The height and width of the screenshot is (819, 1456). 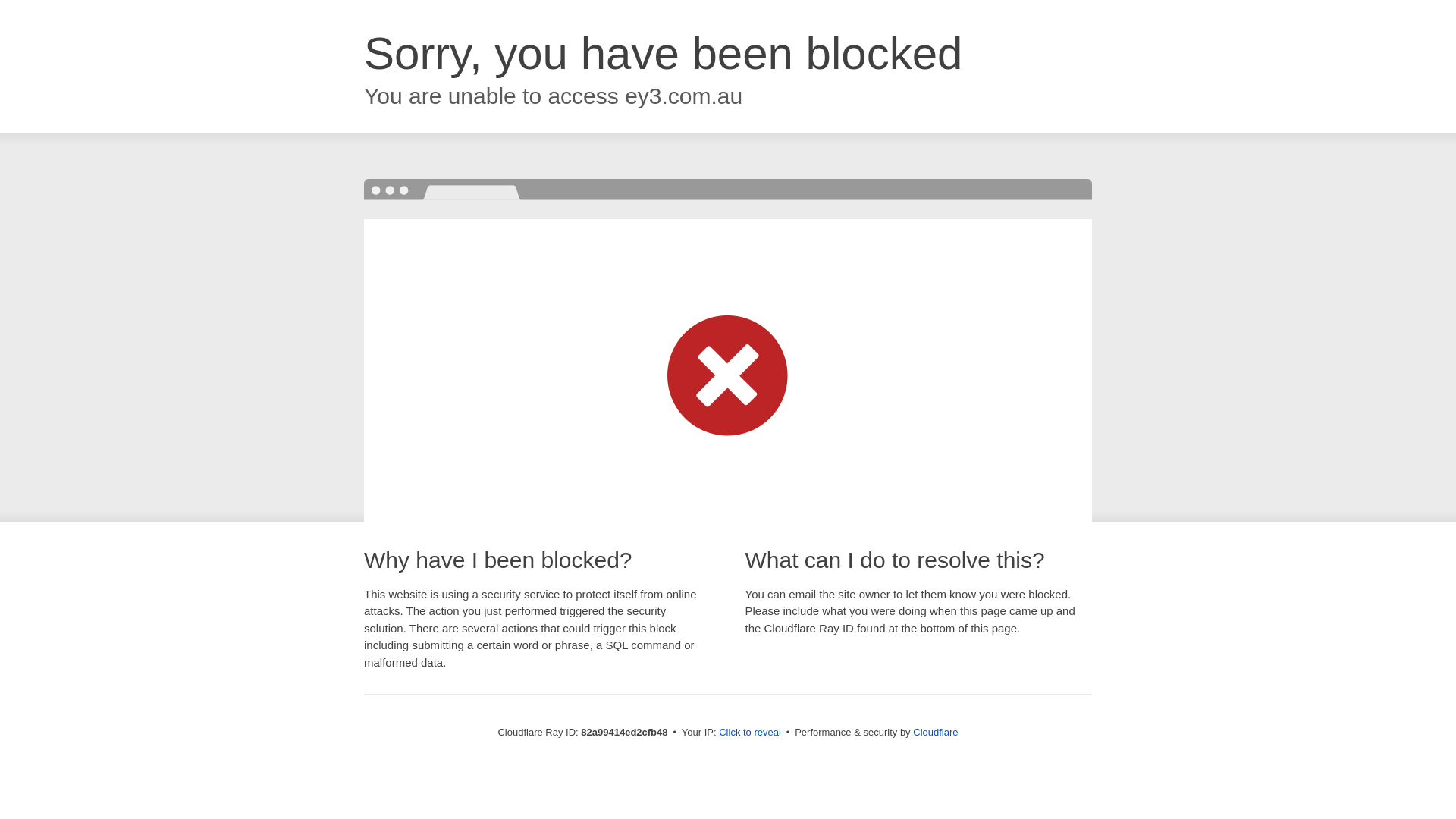 What do you see at coordinates (912, 731) in the screenshot?
I see `'Cloudflare'` at bounding box center [912, 731].